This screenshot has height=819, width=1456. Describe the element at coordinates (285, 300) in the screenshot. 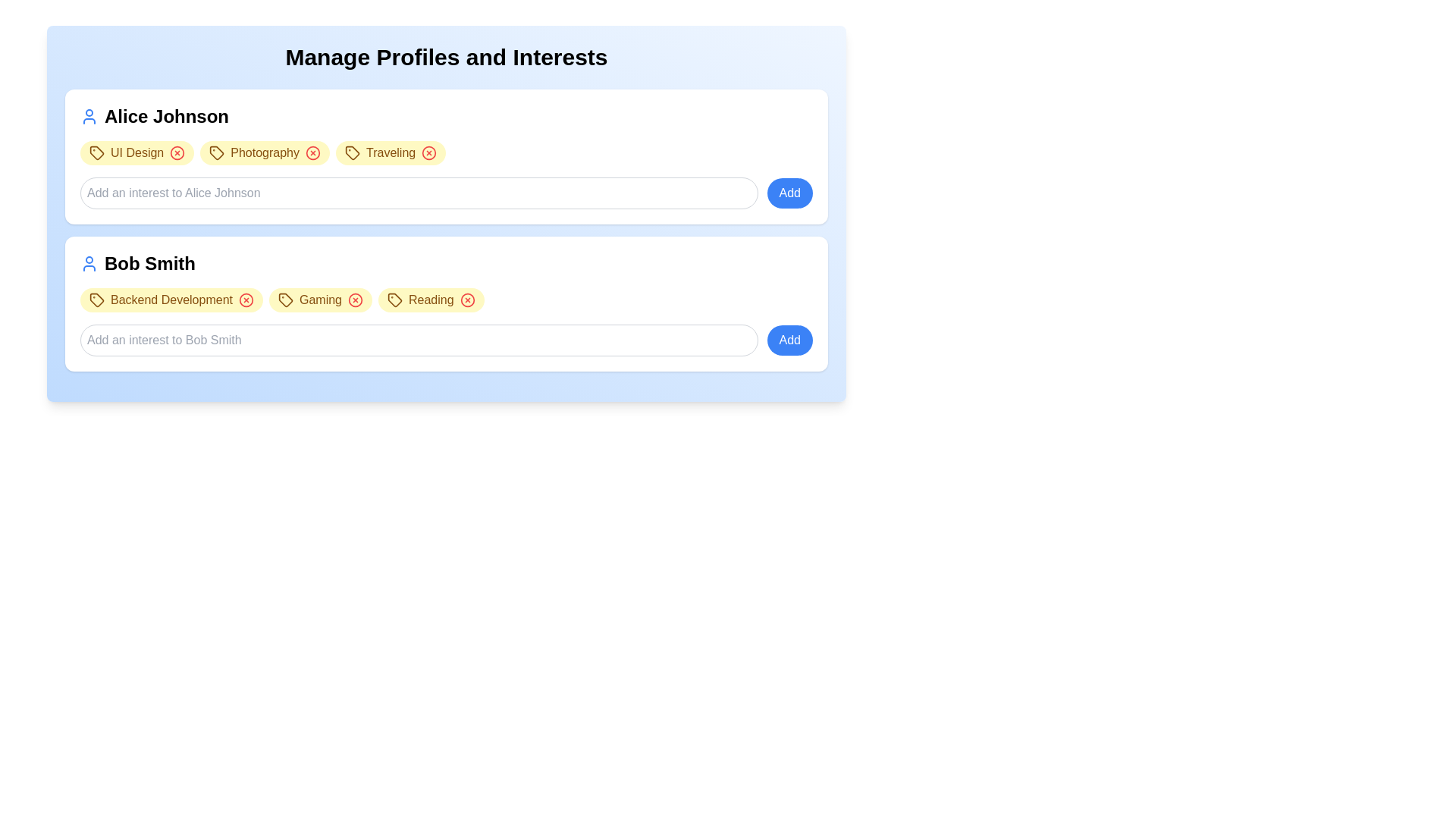

I see `the tagging icon located to the left of the 'Gaming' text in the 'Bob Smith' profile section` at that location.